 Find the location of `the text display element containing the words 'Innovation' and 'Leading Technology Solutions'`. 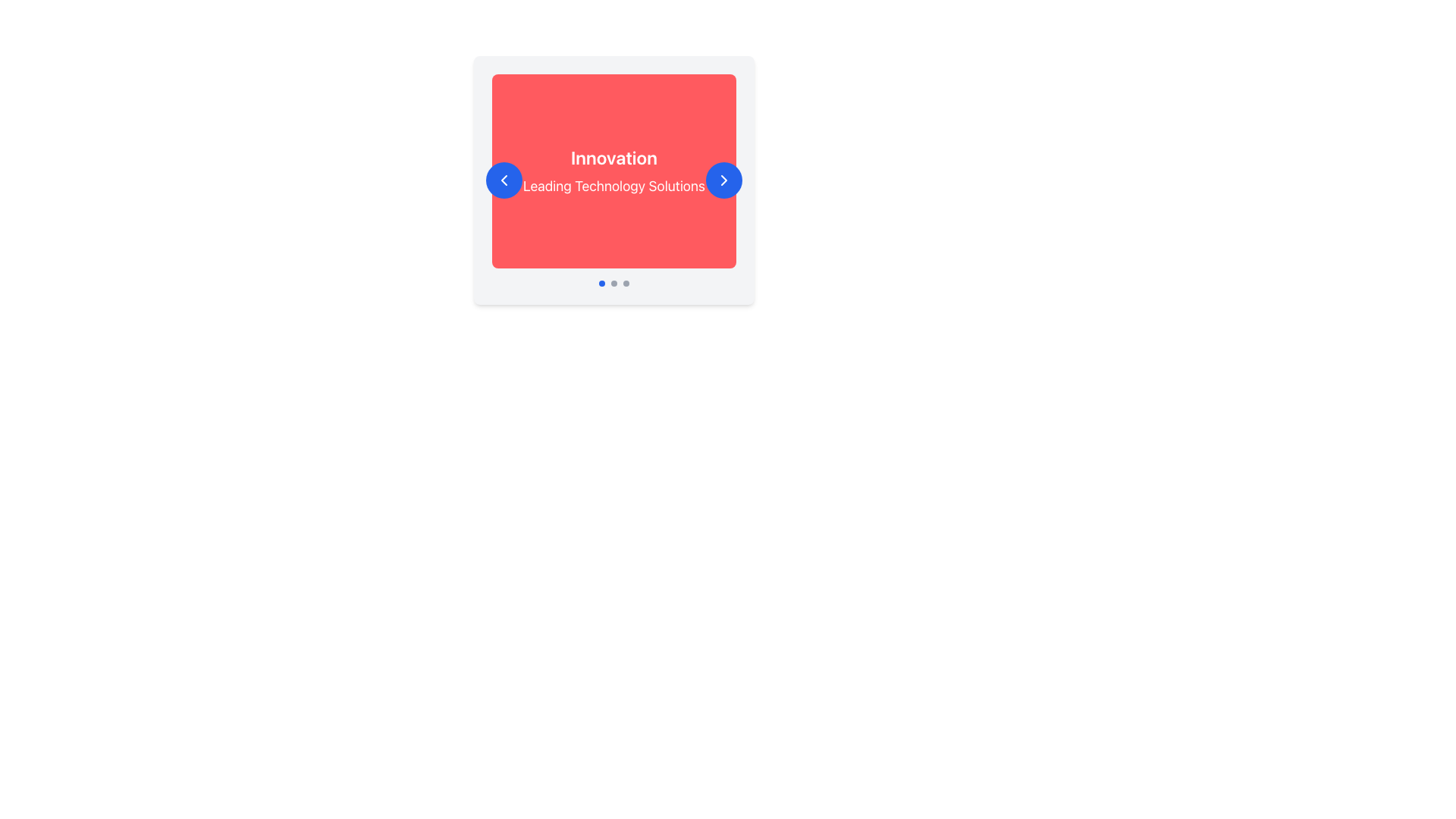

the text display element containing the words 'Innovation' and 'Leading Technology Solutions' is located at coordinates (614, 171).